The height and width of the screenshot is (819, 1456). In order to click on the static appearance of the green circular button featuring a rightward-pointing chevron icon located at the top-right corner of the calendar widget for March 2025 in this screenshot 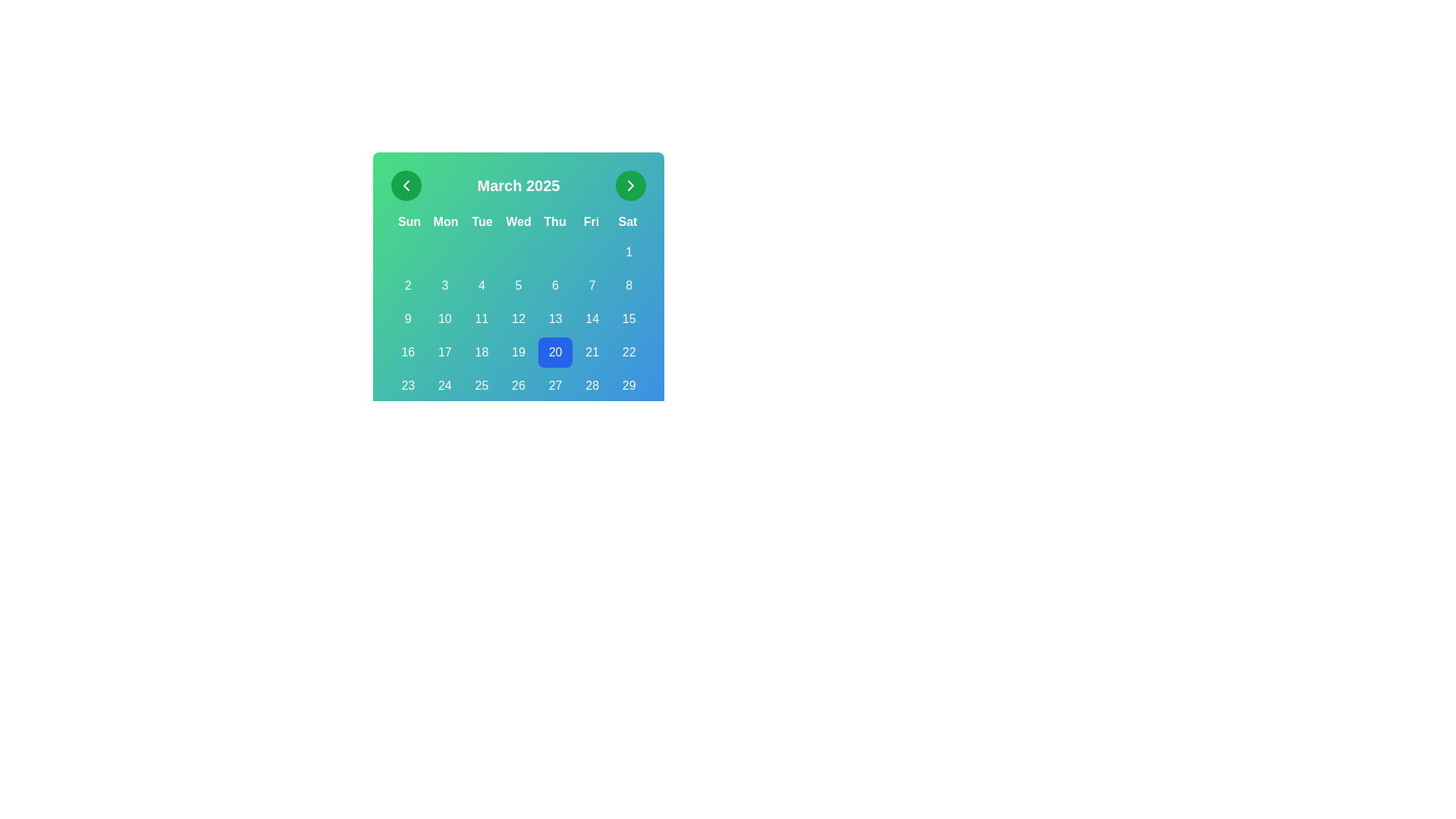, I will do `click(630, 185)`.